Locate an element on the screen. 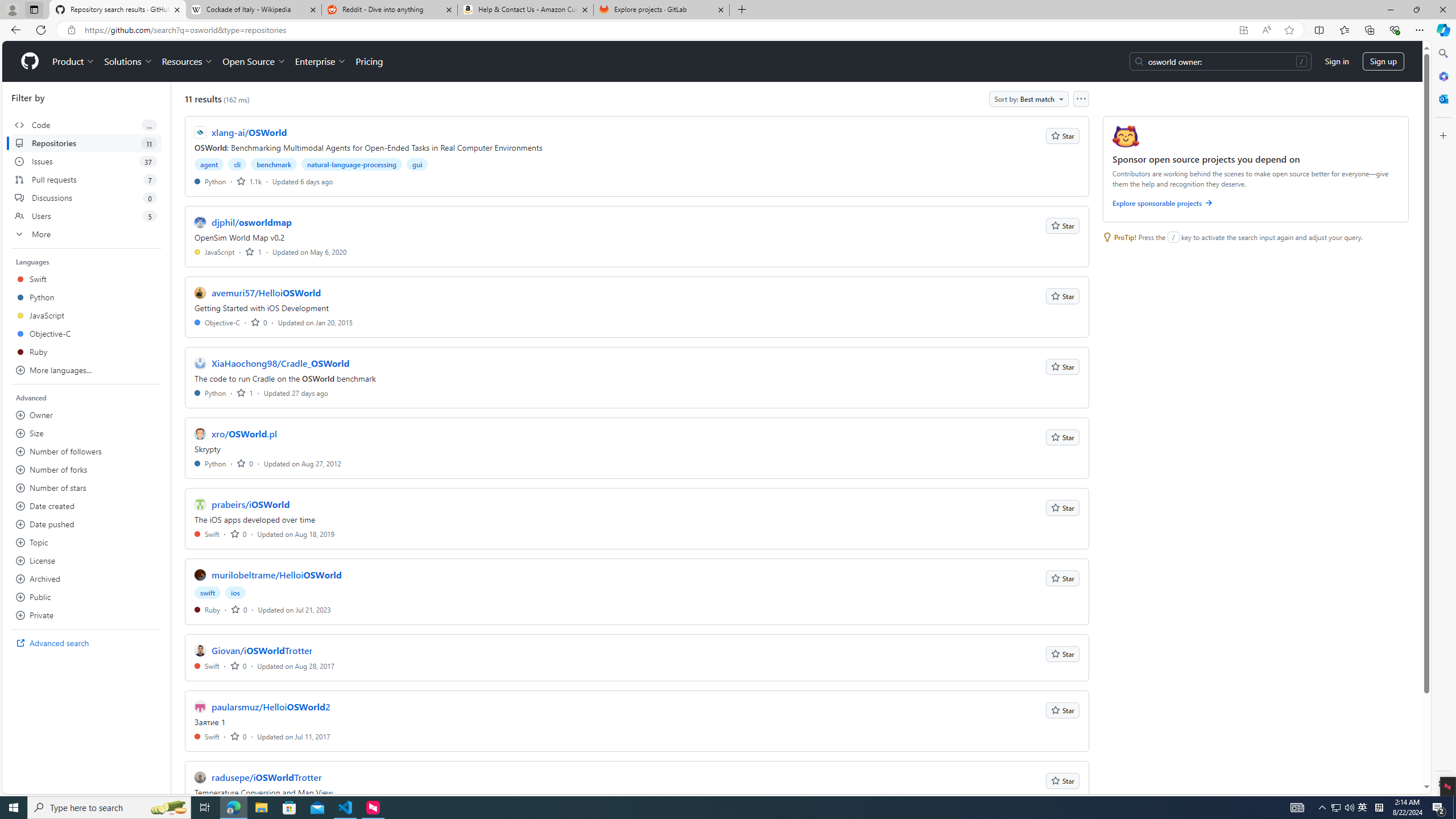  'natural-language-processing' is located at coordinates (352, 163).